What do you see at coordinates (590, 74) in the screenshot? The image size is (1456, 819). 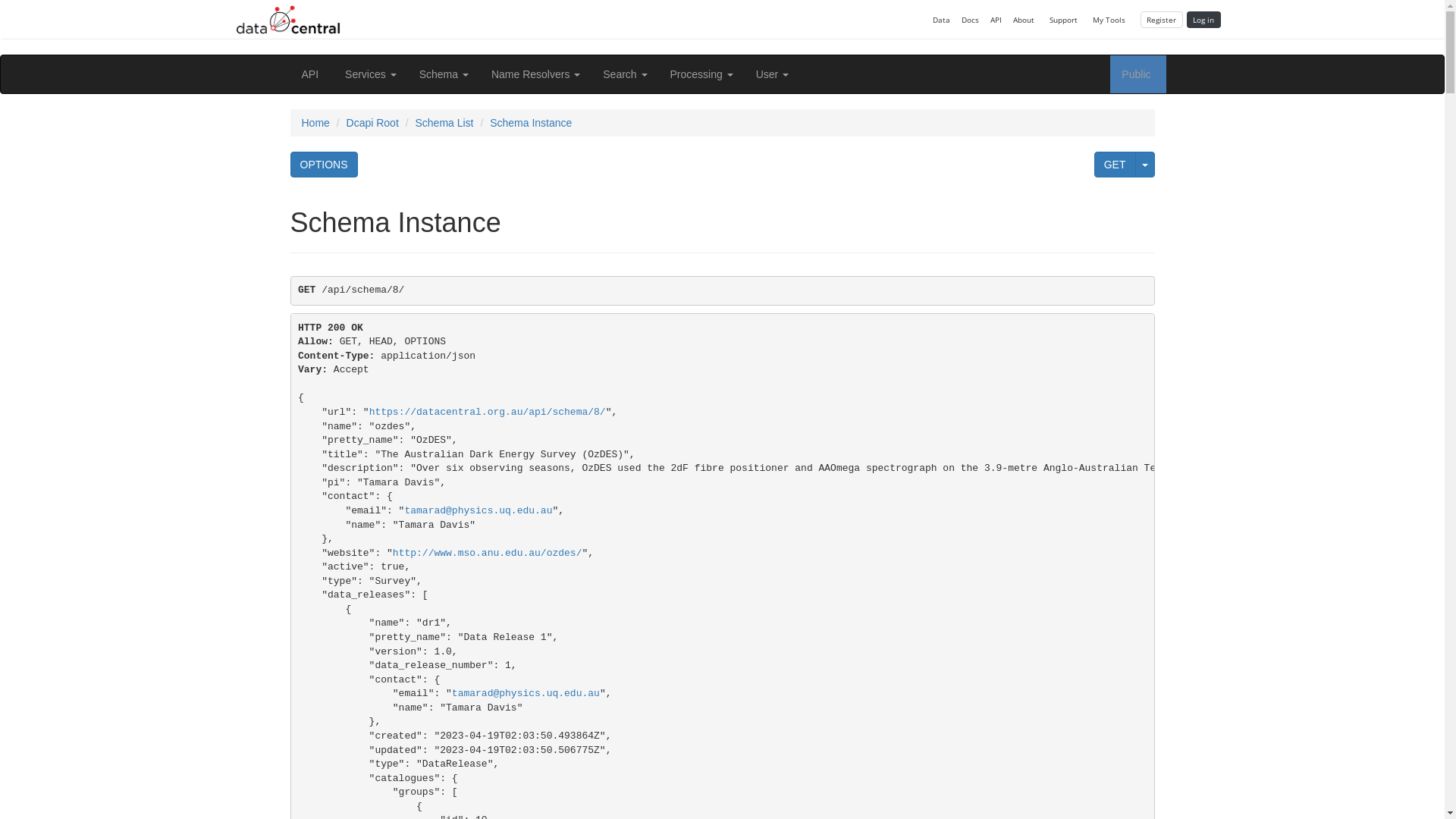 I see `'Search'` at bounding box center [590, 74].